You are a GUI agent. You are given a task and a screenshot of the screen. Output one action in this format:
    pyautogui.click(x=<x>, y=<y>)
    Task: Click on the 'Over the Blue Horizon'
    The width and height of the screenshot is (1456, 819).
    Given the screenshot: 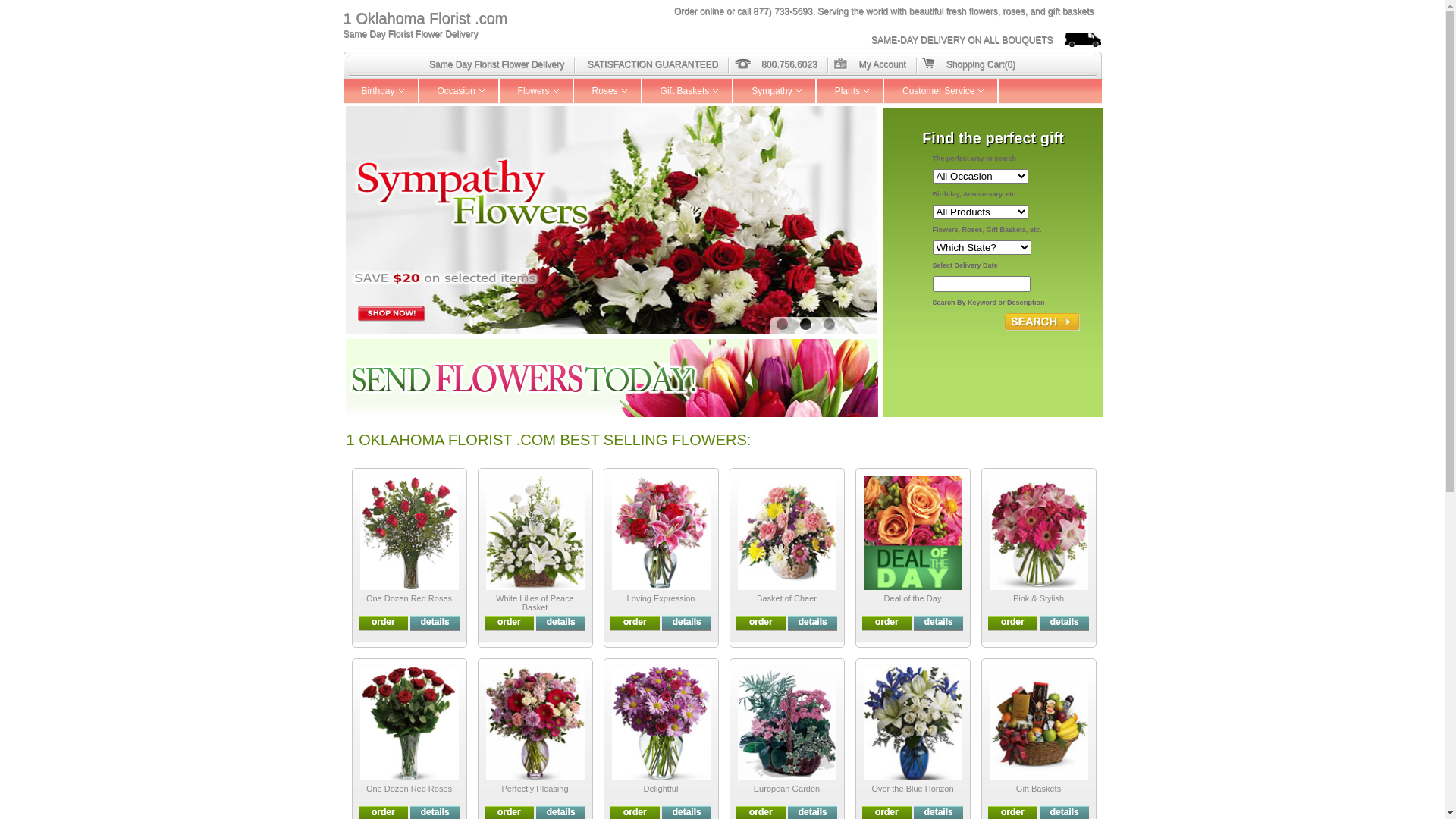 What is the action you would take?
    pyautogui.click(x=912, y=788)
    